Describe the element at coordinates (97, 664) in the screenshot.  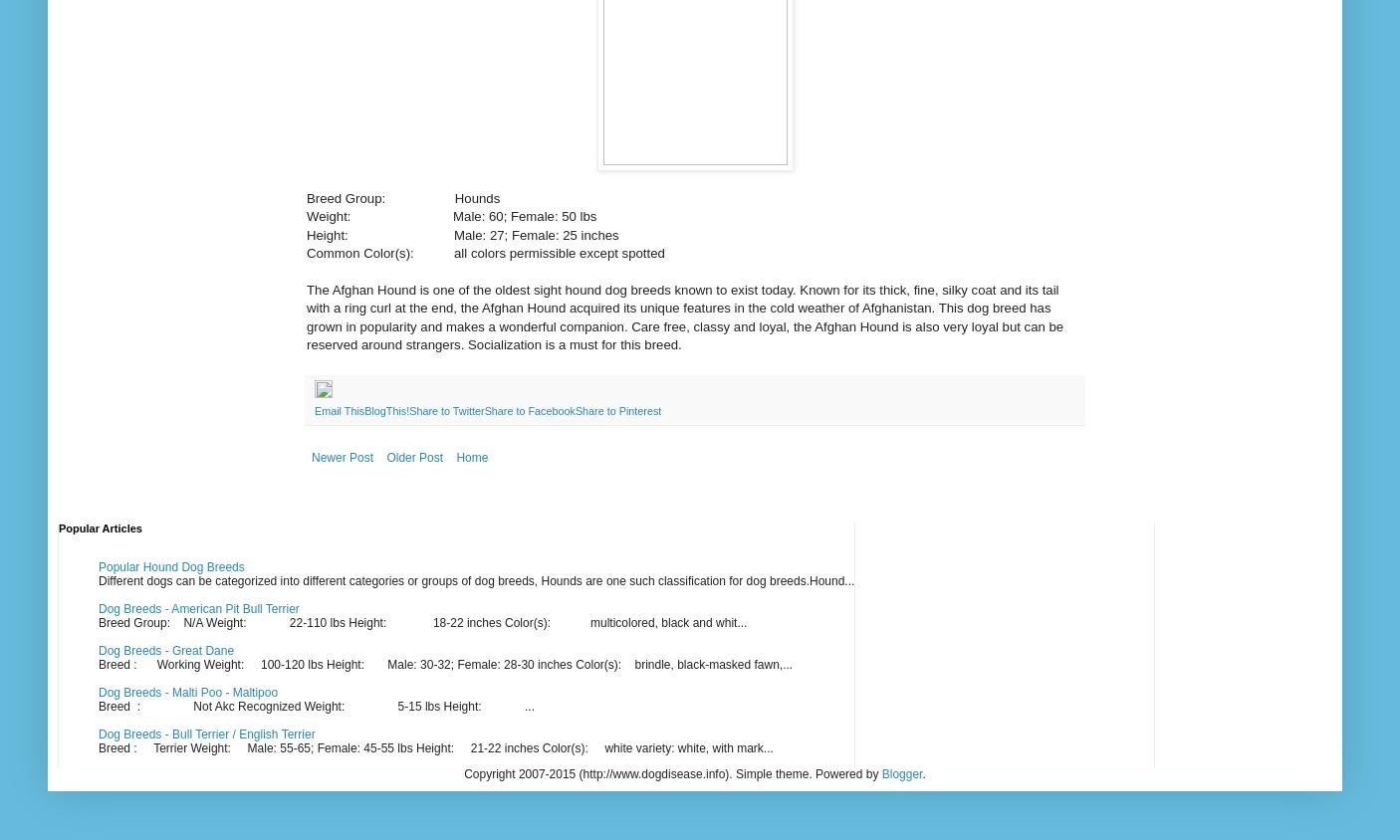
I see `'Breed :      Working  Weight:     100-120 lbs  Height:       Male: 30-32; Female: 28-30 inches  Color(s):    brindle, black-masked fawn,...'` at that location.